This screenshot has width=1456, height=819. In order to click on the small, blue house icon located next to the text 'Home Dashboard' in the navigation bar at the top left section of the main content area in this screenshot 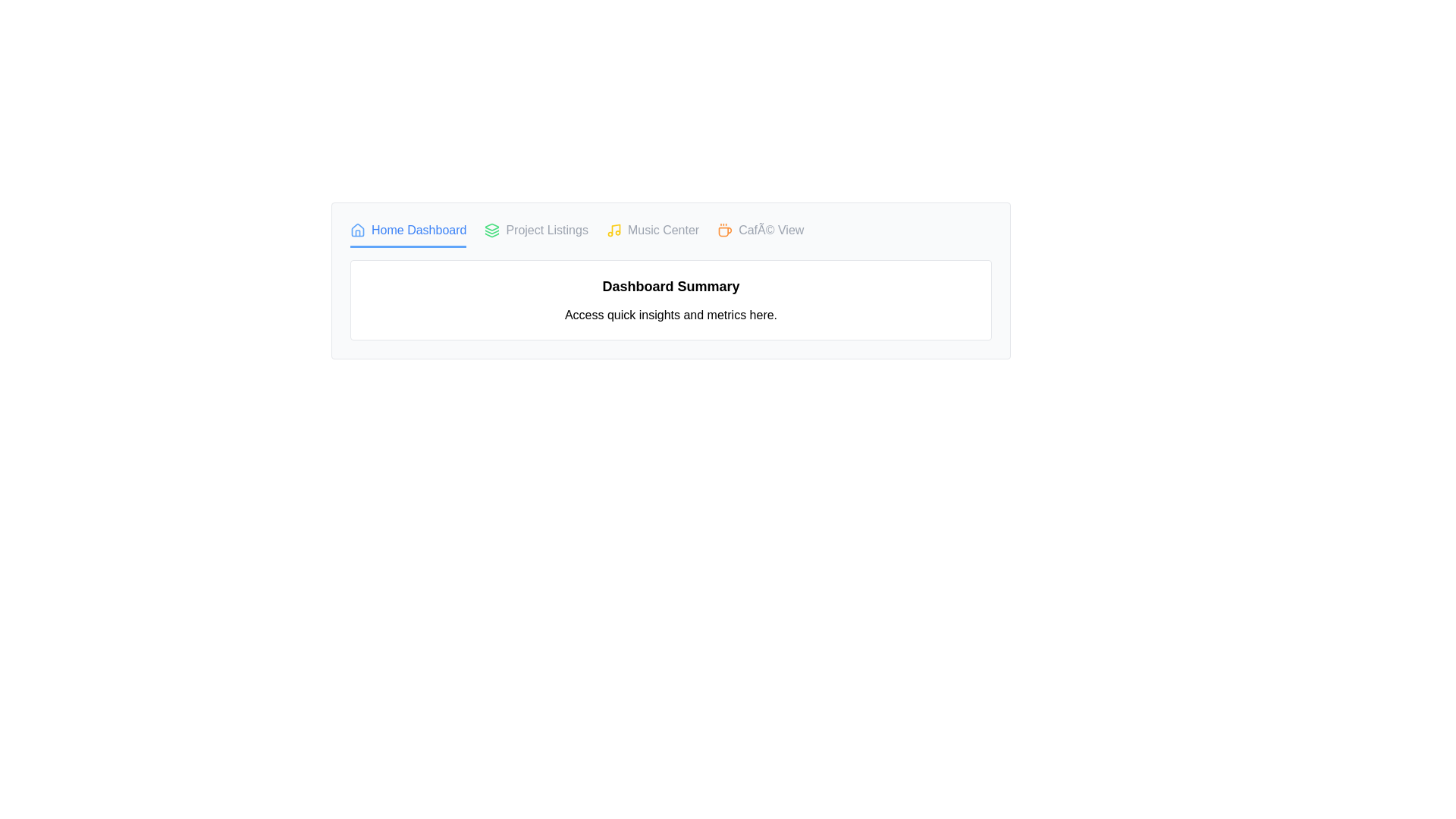, I will do `click(356, 231)`.